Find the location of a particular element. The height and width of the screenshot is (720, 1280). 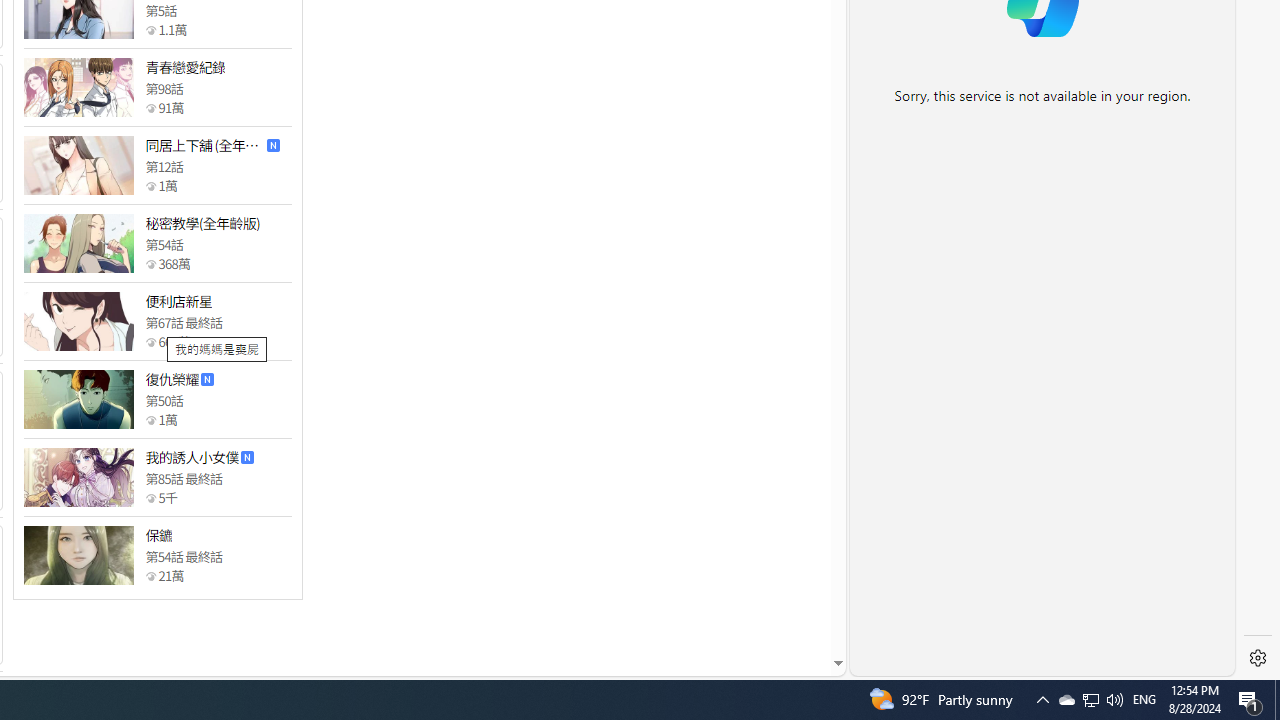

'Settings' is located at coordinates (1257, 658).